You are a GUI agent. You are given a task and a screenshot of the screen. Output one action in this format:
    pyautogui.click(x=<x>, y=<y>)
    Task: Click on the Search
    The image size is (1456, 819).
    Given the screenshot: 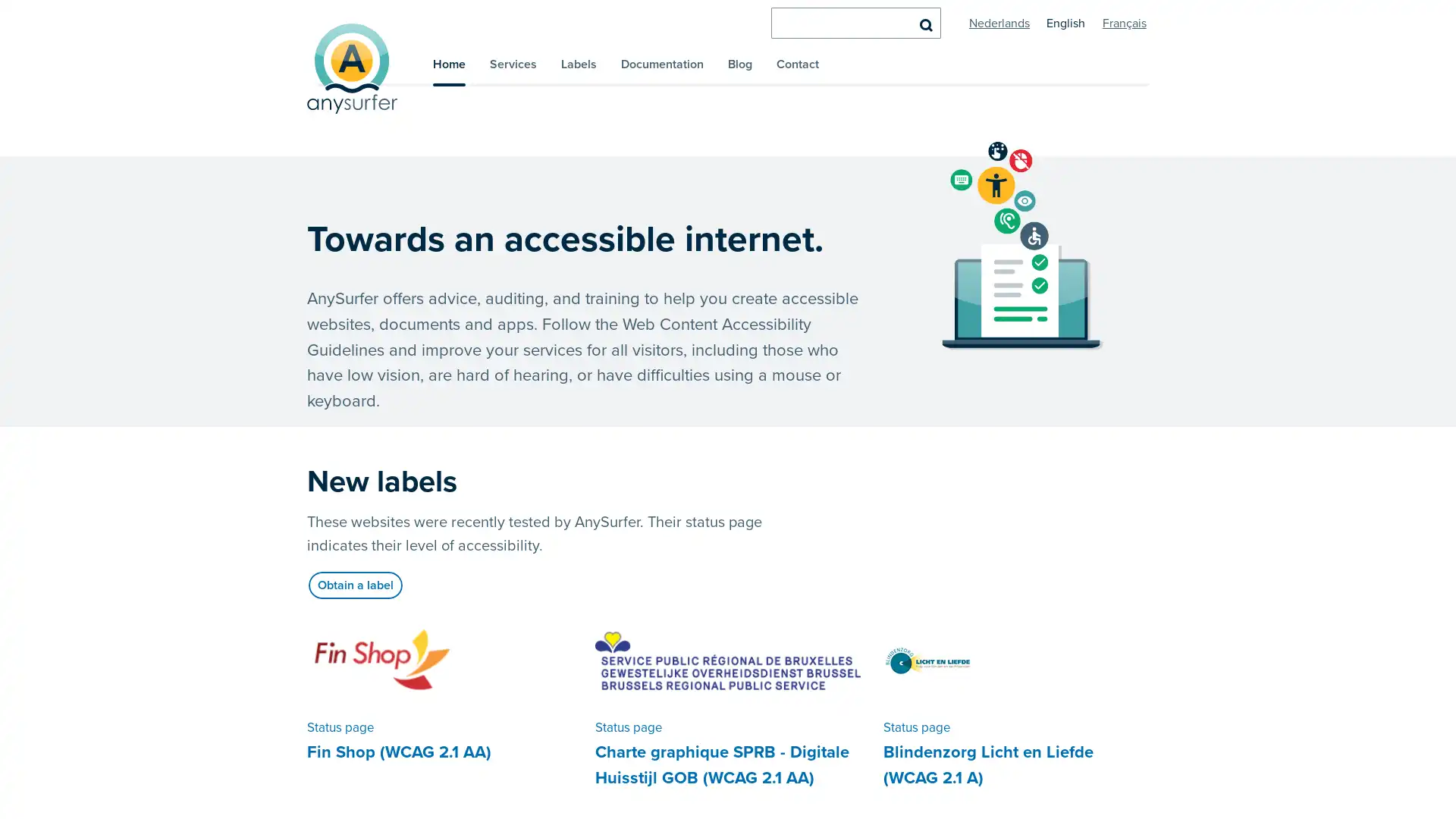 What is the action you would take?
    pyautogui.click(x=924, y=24)
    